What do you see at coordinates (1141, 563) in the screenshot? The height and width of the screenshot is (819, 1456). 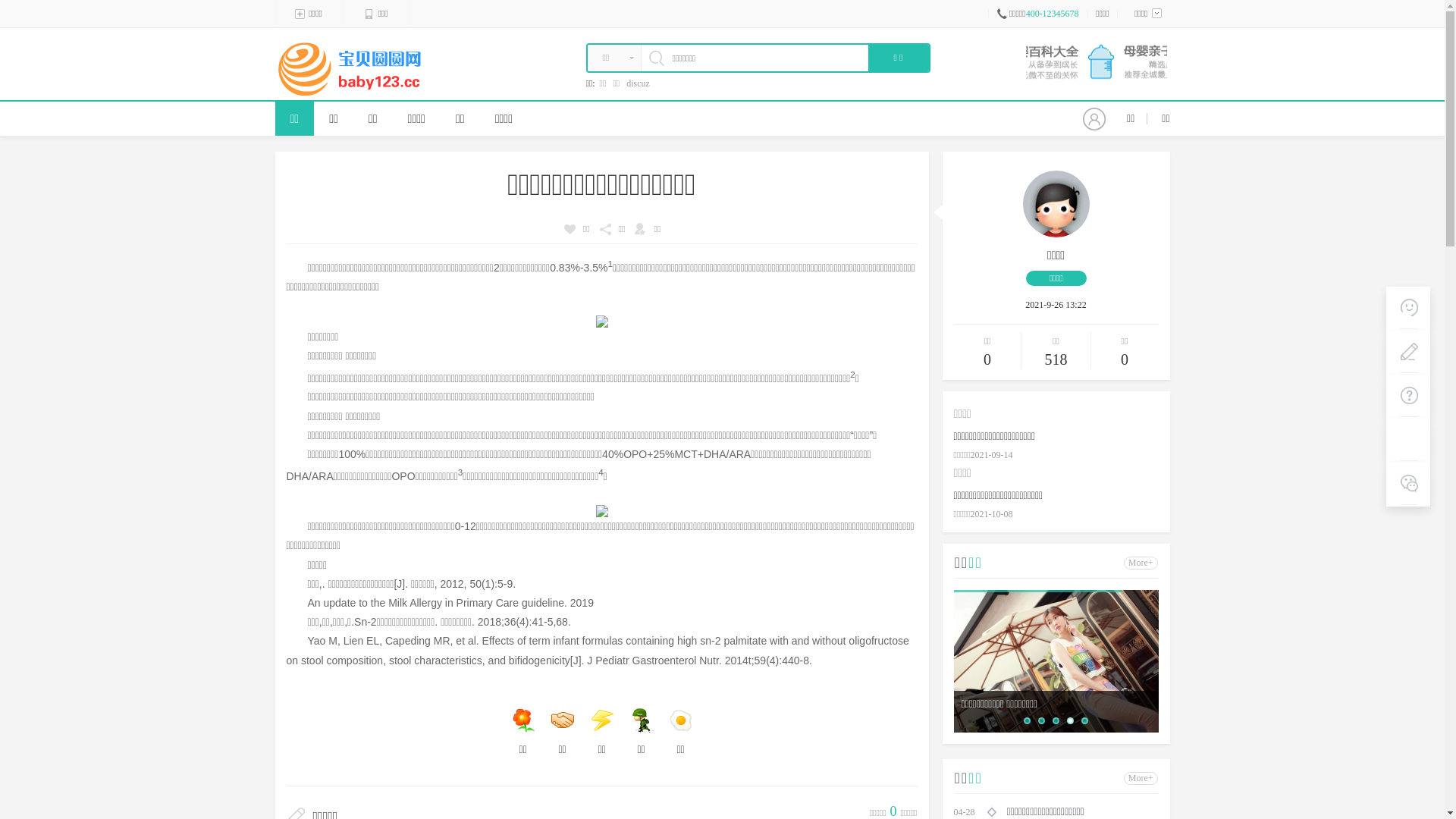 I see `'More+'` at bounding box center [1141, 563].